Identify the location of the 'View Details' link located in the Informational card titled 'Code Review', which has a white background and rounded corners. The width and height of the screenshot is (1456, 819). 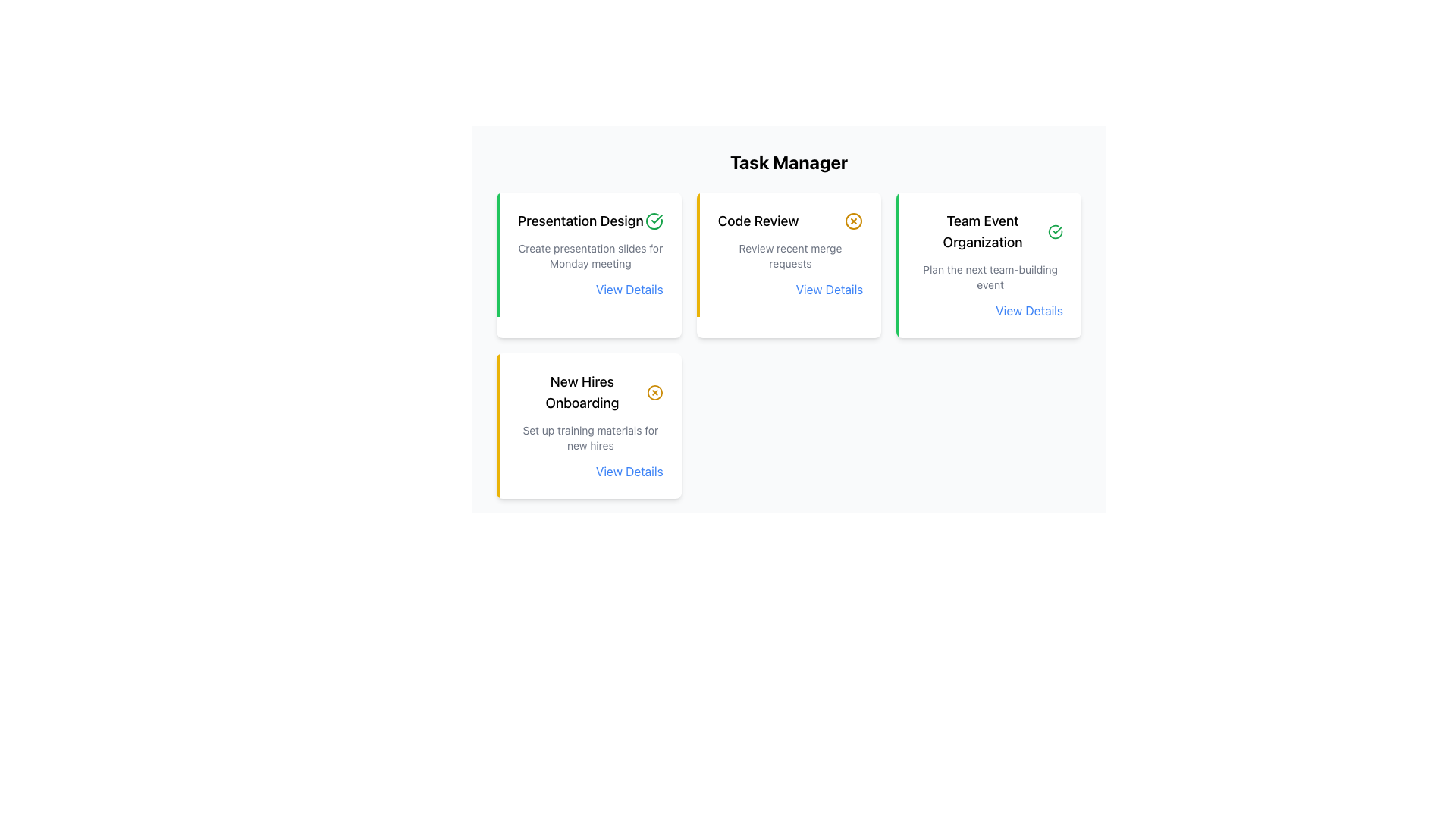
(789, 265).